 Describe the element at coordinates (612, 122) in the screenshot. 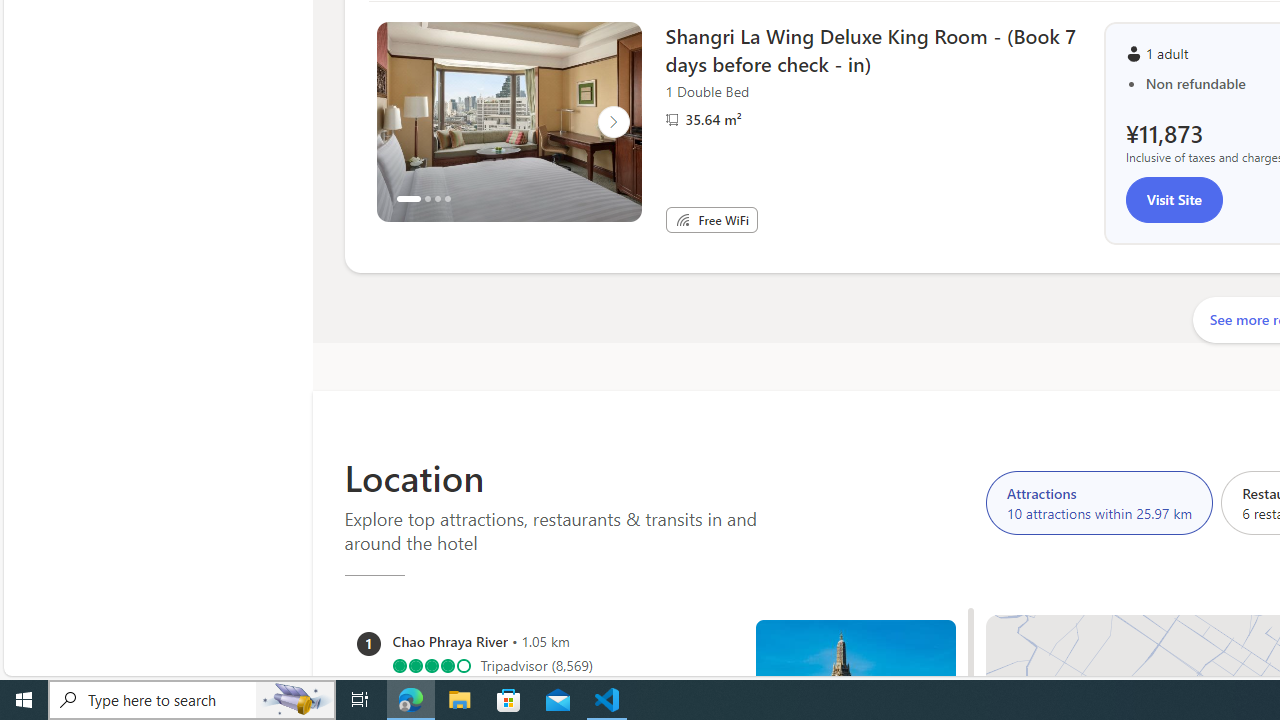

I see `'Click to scroll right'` at that location.